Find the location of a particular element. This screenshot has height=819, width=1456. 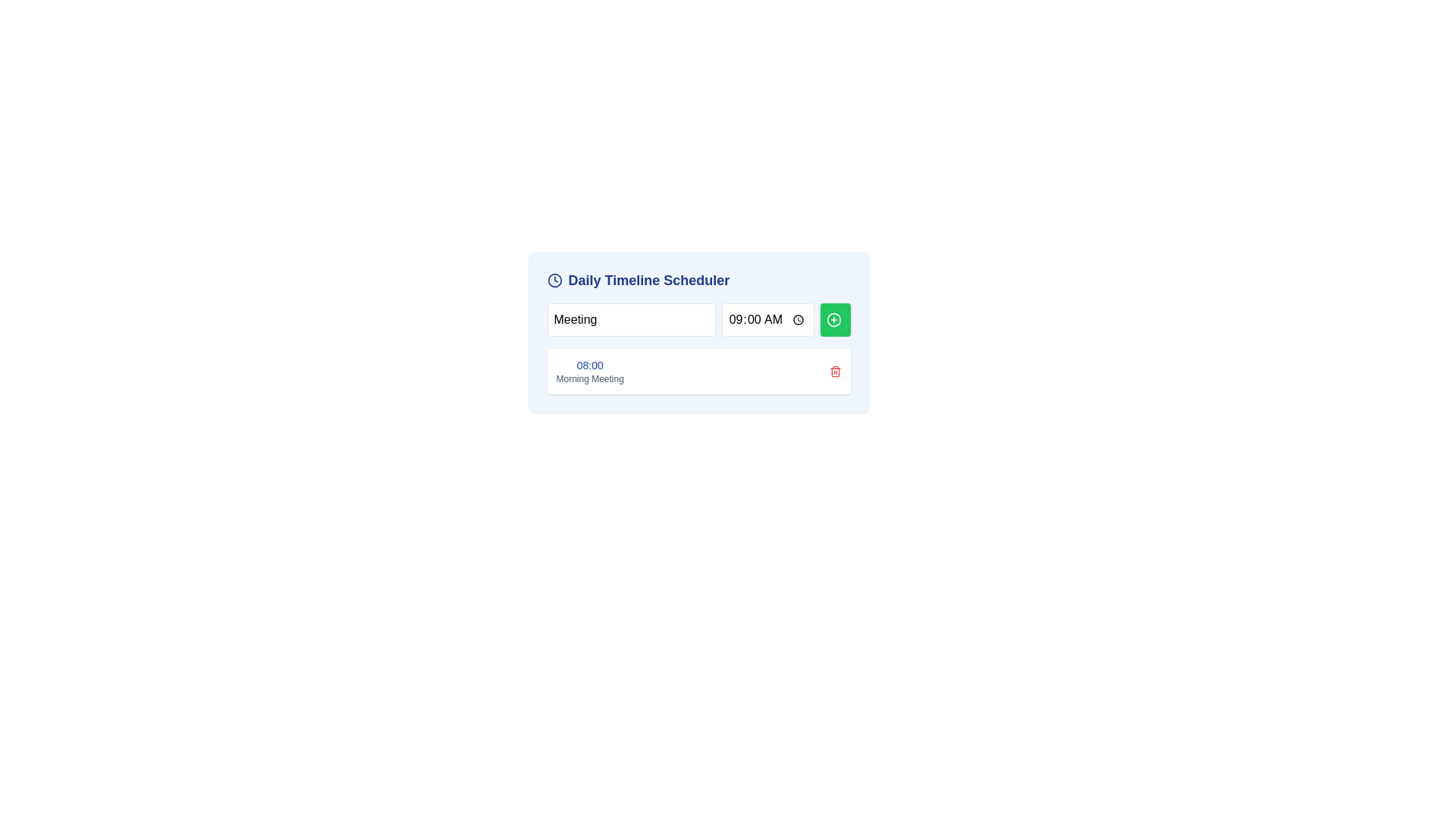

the circular '+' icon within the green button located to the right of the '09:00 AM' input field is located at coordinates (833, 318).